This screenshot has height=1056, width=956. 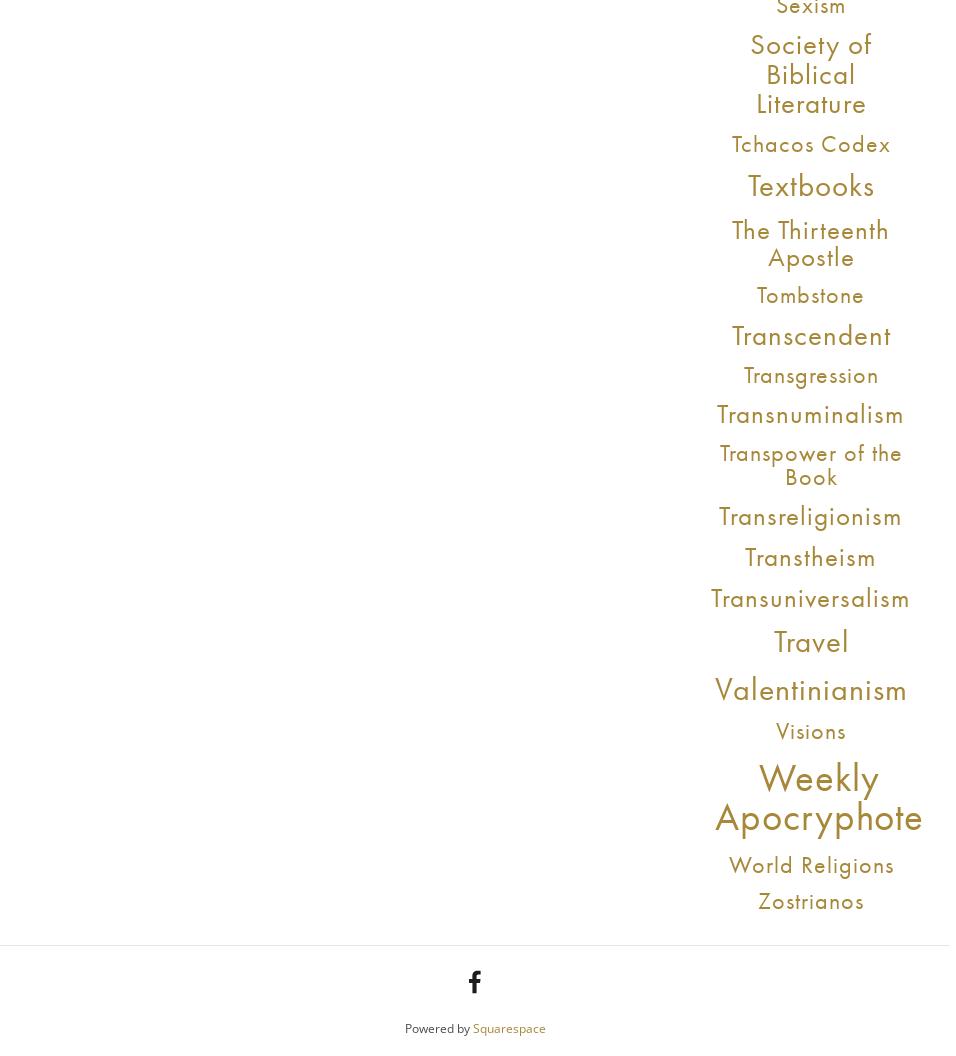 What do you see at coordinates (717, 413) in the screenshot?
I see `'Transnuminalism'` at bounding box center [717, 413].